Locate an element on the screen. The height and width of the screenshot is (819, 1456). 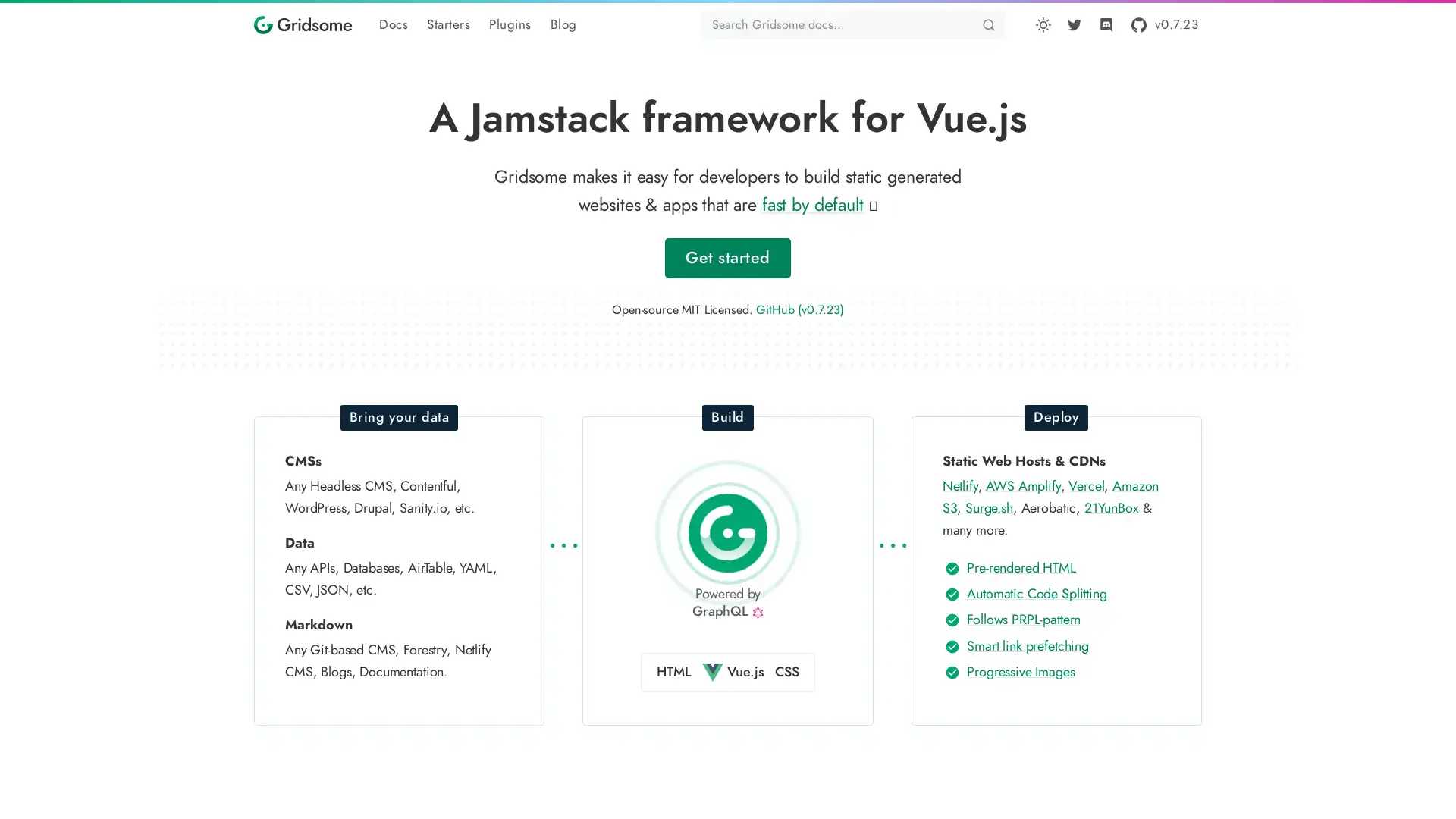
Toggle dark is located at coordinates (1041, 25).